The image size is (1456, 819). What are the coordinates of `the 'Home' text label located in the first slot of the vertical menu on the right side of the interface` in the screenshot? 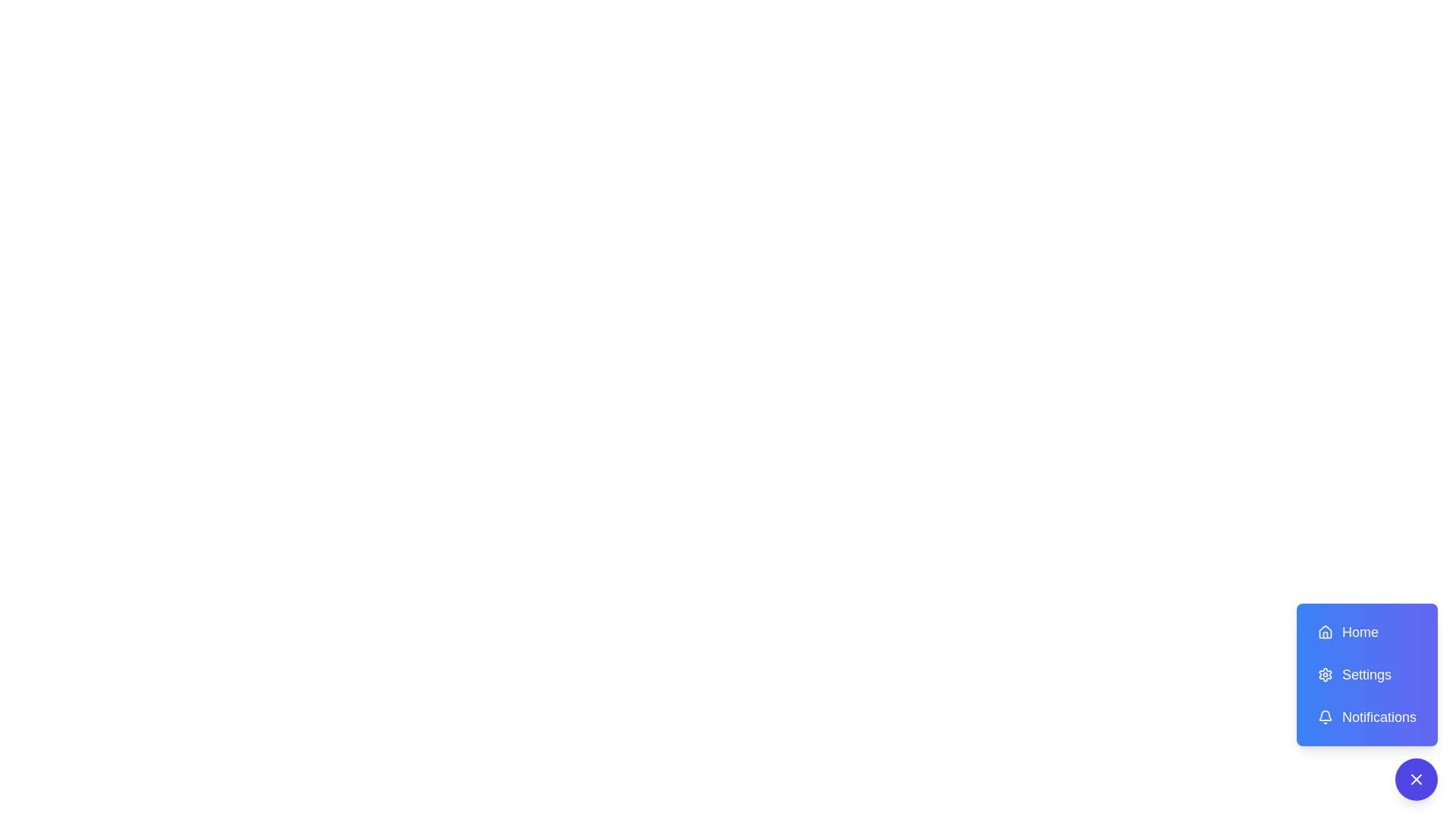 It's located at (1360, 632).